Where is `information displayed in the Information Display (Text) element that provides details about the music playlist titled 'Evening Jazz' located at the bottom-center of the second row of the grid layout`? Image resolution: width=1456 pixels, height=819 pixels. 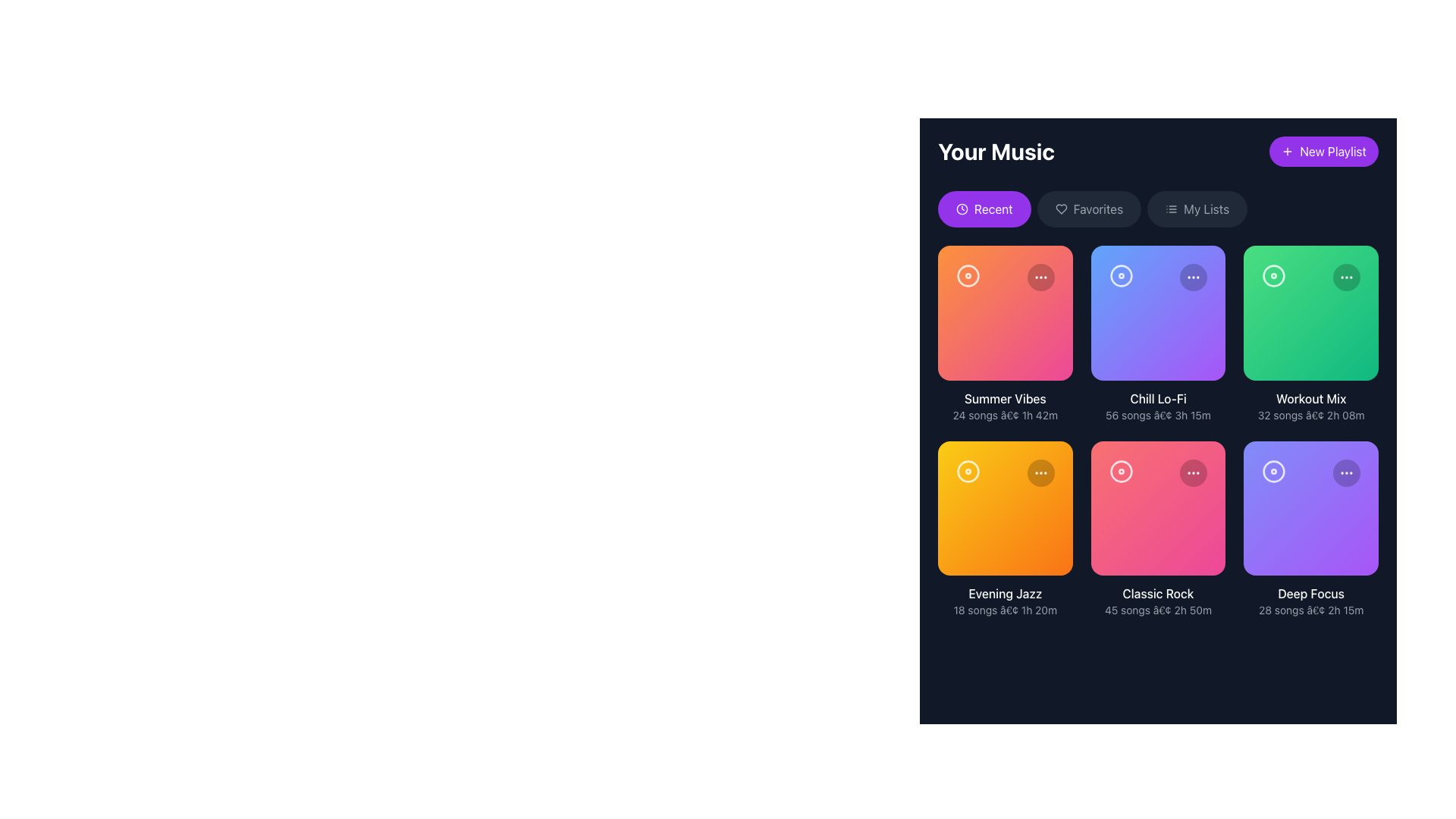 information displayed in the Information Display (Text) element that provides details about the music playlist titled 'Evening Jazz' located at the bottom-center of the second row of the grid layout is located at coordinates (1005, 601).